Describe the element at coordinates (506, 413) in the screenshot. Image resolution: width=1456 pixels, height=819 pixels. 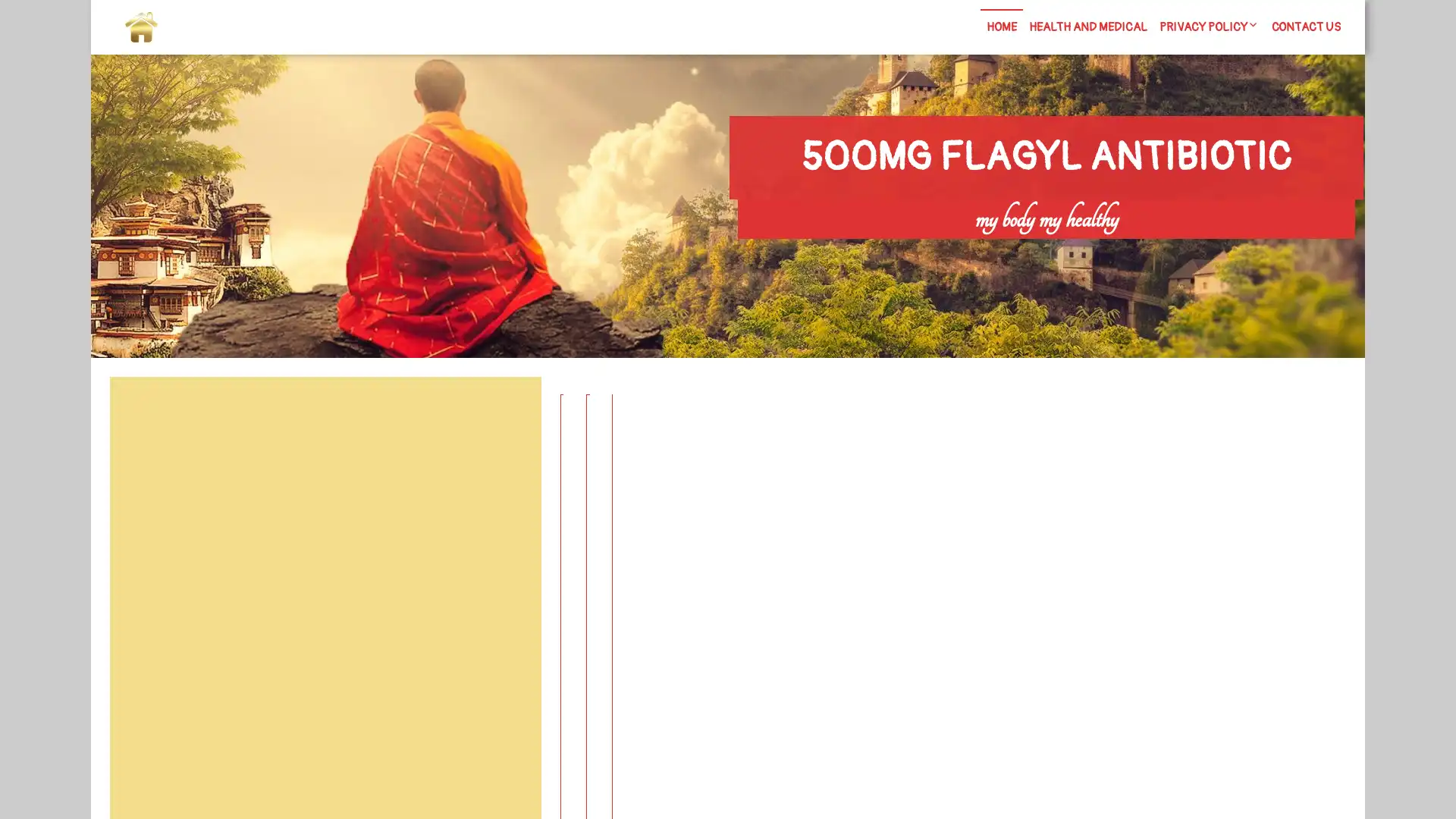
I see `Search` at that location.